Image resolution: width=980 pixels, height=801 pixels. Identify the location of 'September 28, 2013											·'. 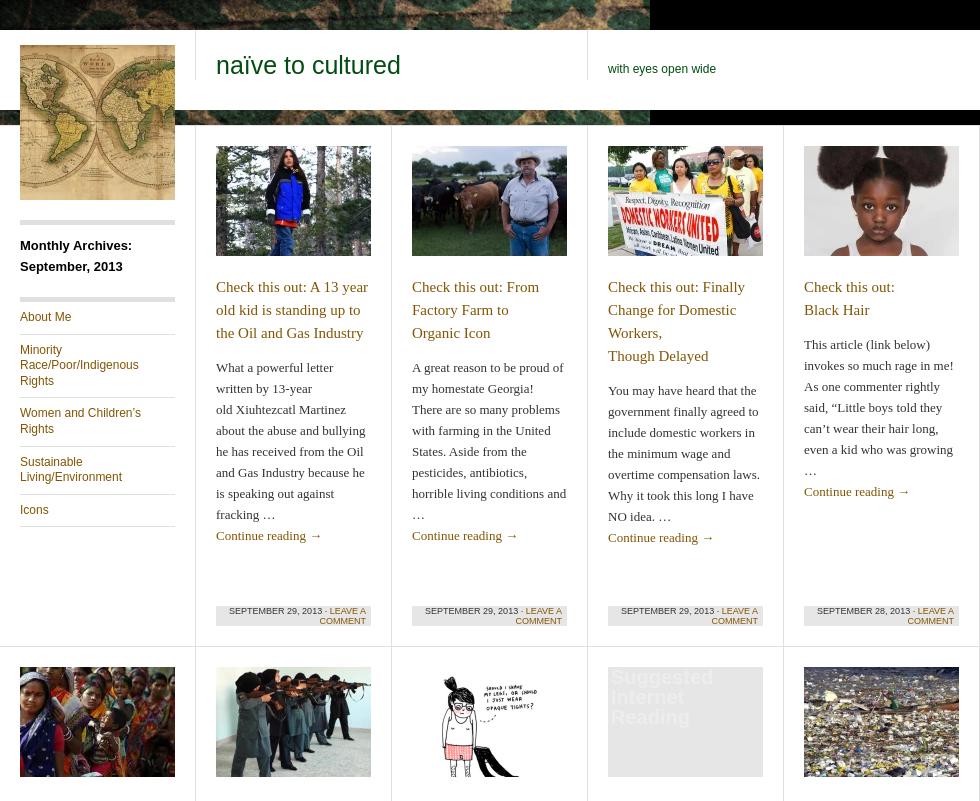
(817, 611).